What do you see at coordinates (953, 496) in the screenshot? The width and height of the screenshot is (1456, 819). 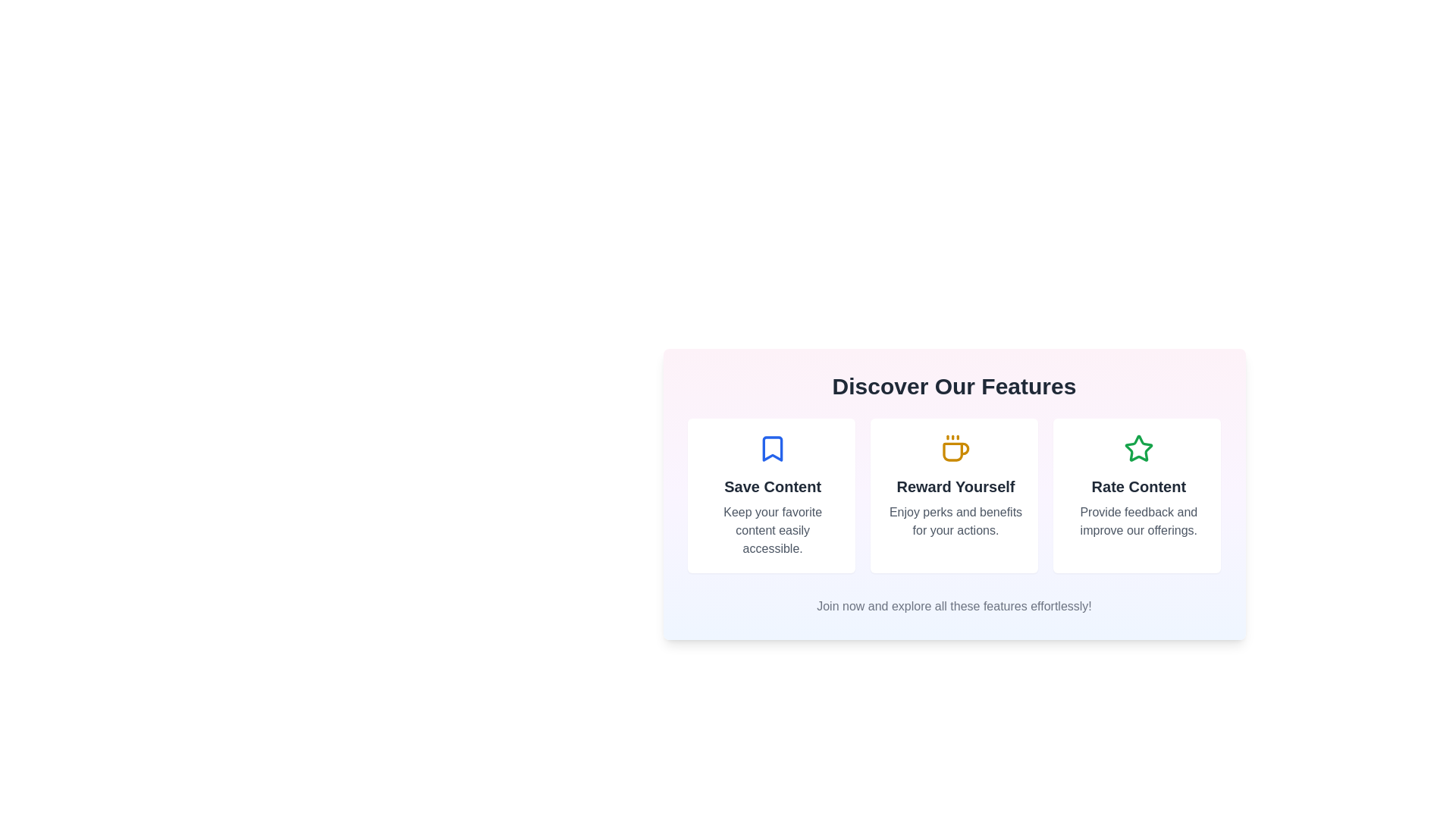 I see `the navigational Card link located in the center of the three-column layout, specifically the second card from the left` at bounding box center [953, 496].